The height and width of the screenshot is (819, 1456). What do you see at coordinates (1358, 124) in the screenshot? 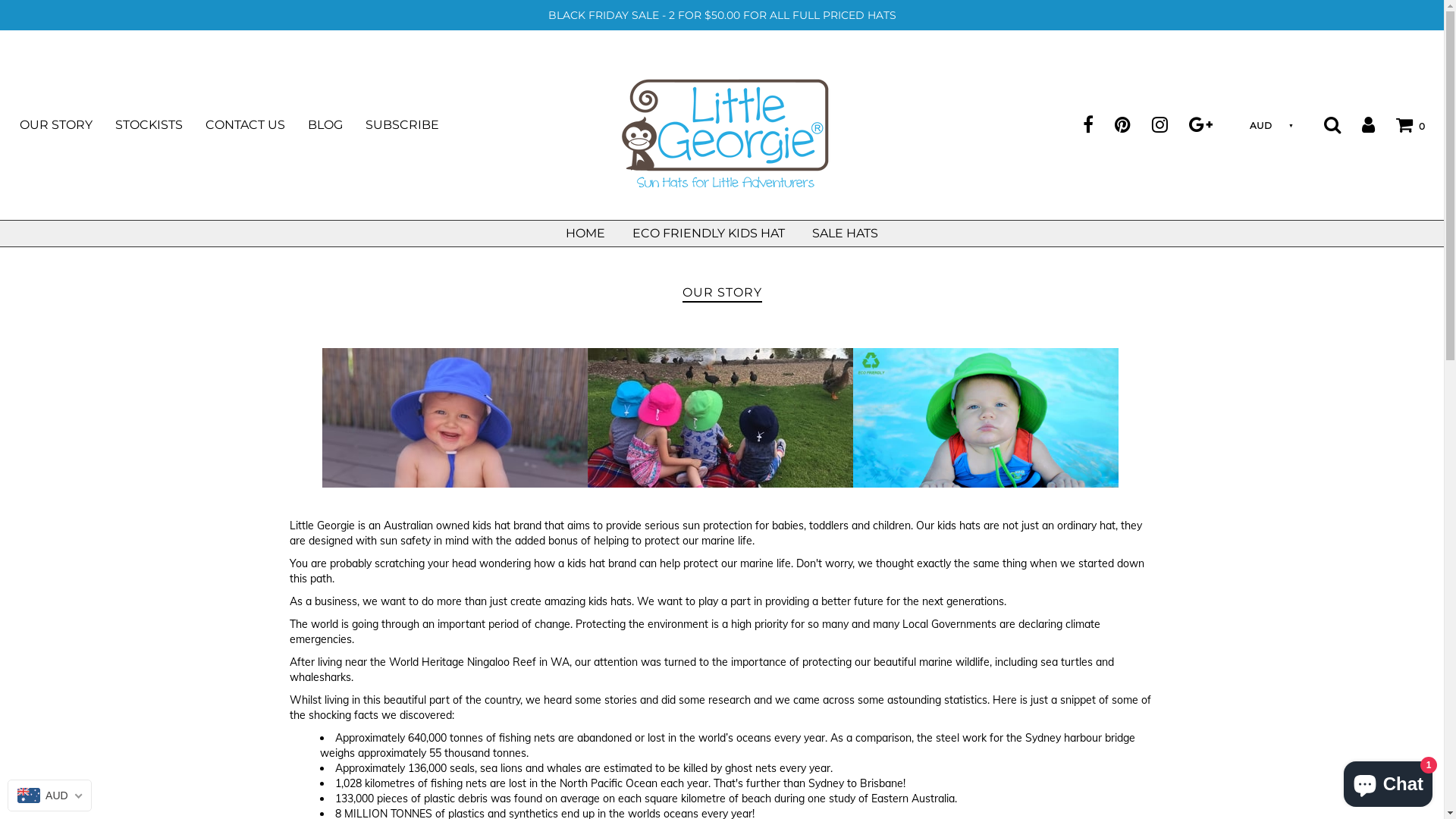
I see `'Log in'` at bounding box center [1358, 124].